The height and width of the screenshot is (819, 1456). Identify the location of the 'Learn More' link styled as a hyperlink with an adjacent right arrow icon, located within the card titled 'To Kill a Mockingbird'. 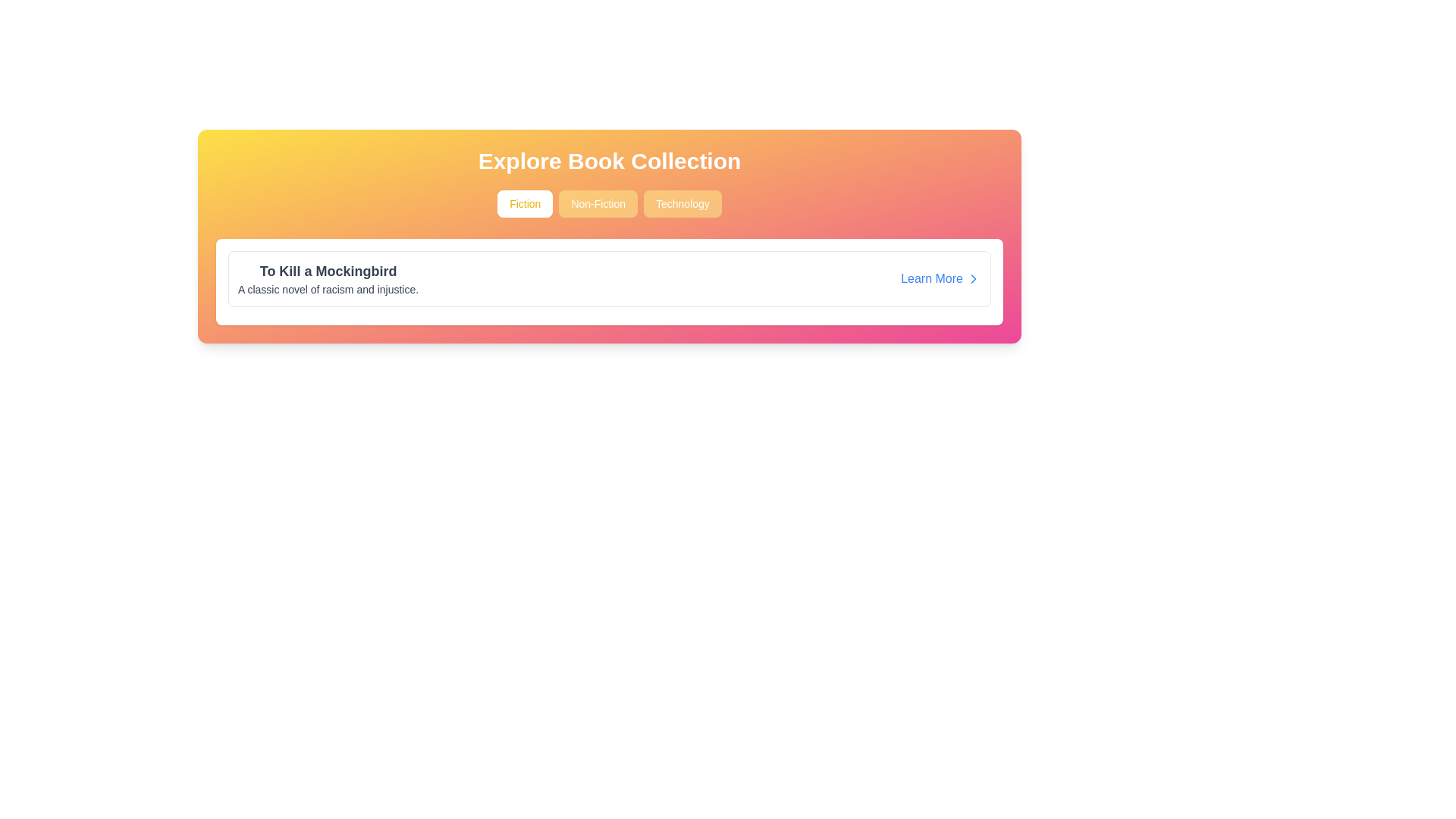
(940, 278).